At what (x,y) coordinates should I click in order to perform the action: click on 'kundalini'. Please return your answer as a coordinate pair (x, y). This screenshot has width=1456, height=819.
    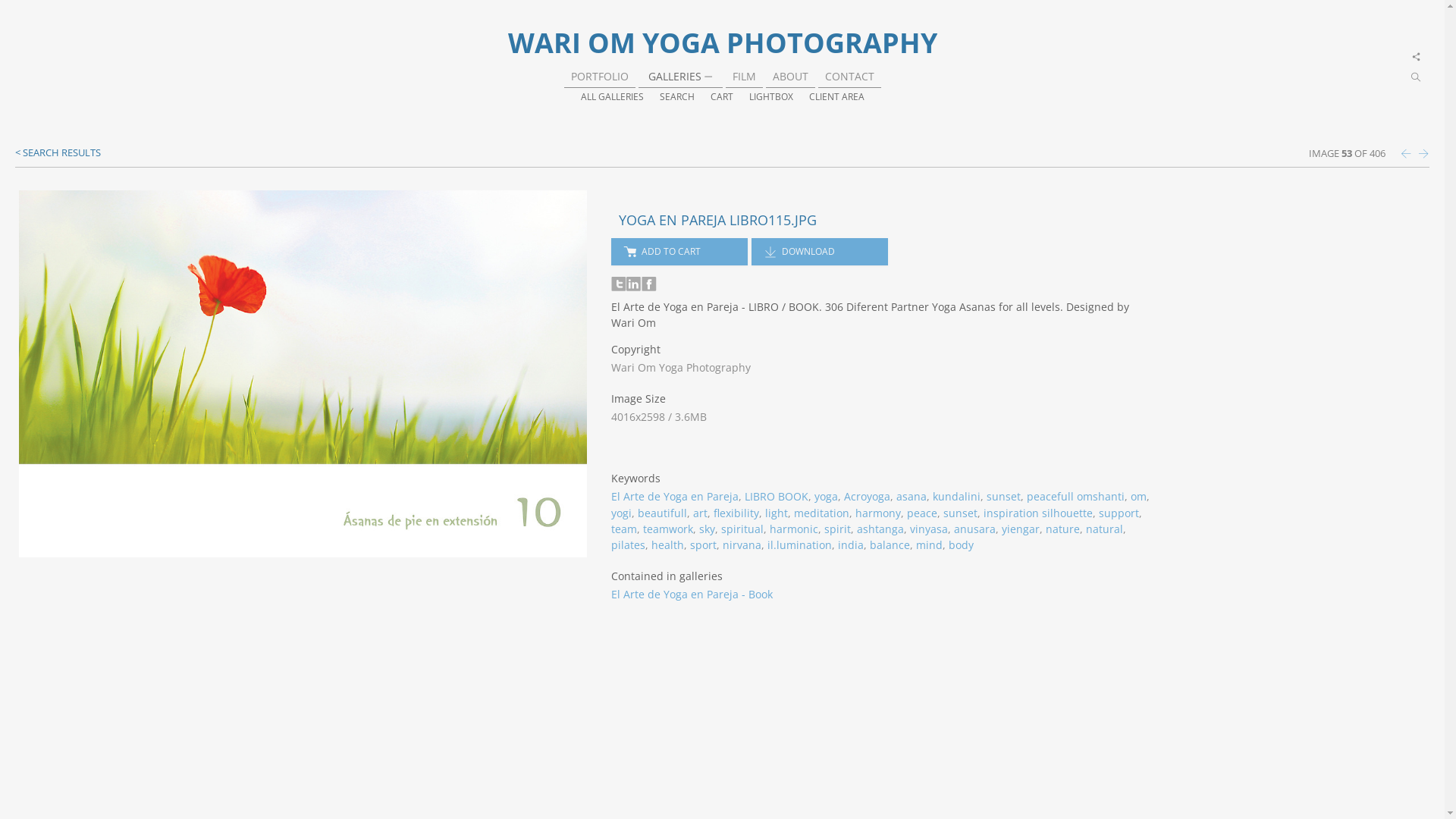
    Looking at the image, I should click on (955, 496).